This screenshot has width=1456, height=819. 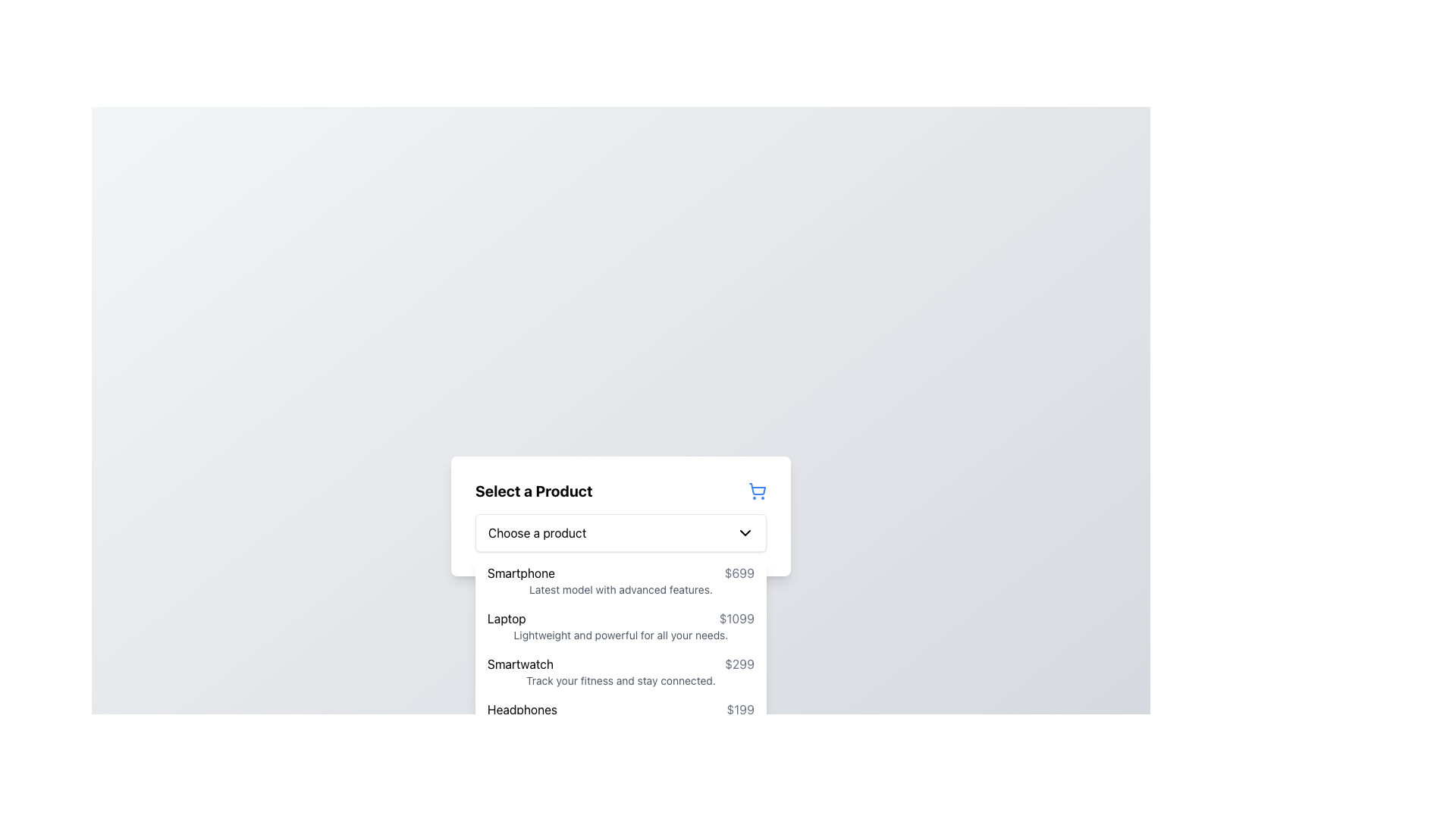 I want to click on the first item in the list displaying the name 'Smartphone' and its price '$699', so click(x=621, y=580).